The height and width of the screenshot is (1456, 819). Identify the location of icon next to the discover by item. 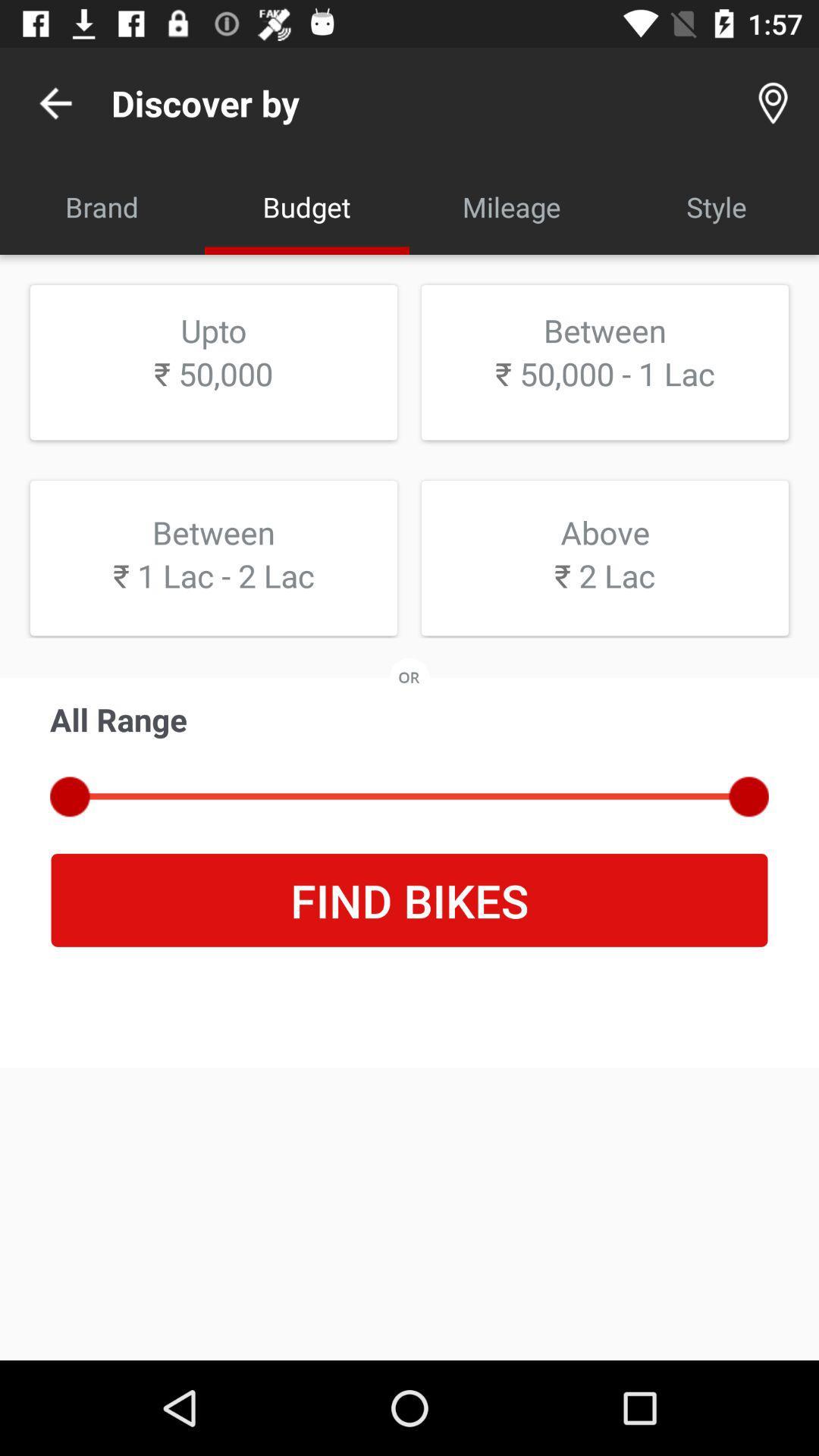
(55, 102).